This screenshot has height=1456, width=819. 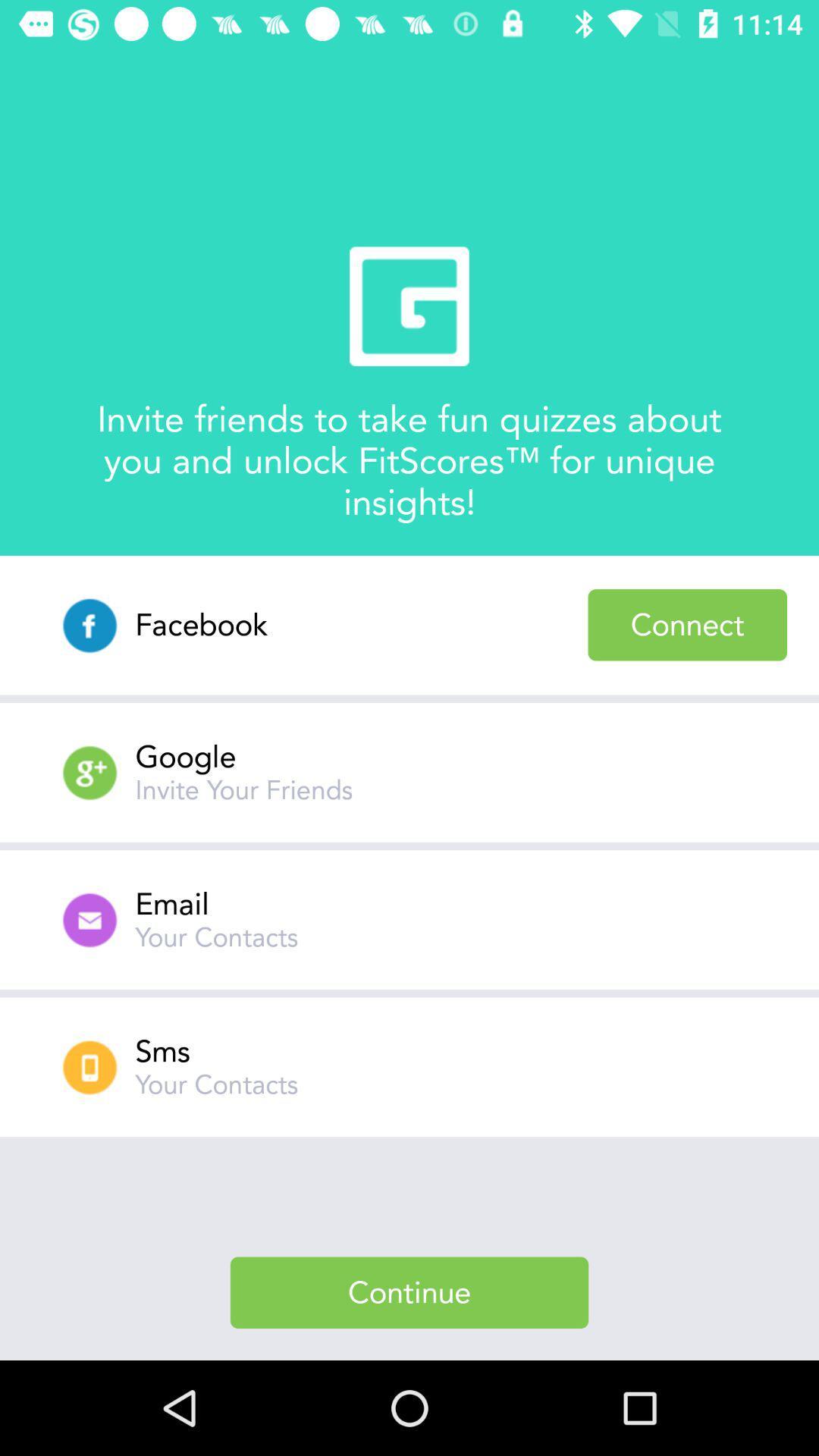 What do you see at coordinates (687, 625) in the screenshot?
I see `the connect item` at bounding box center [687, 625].